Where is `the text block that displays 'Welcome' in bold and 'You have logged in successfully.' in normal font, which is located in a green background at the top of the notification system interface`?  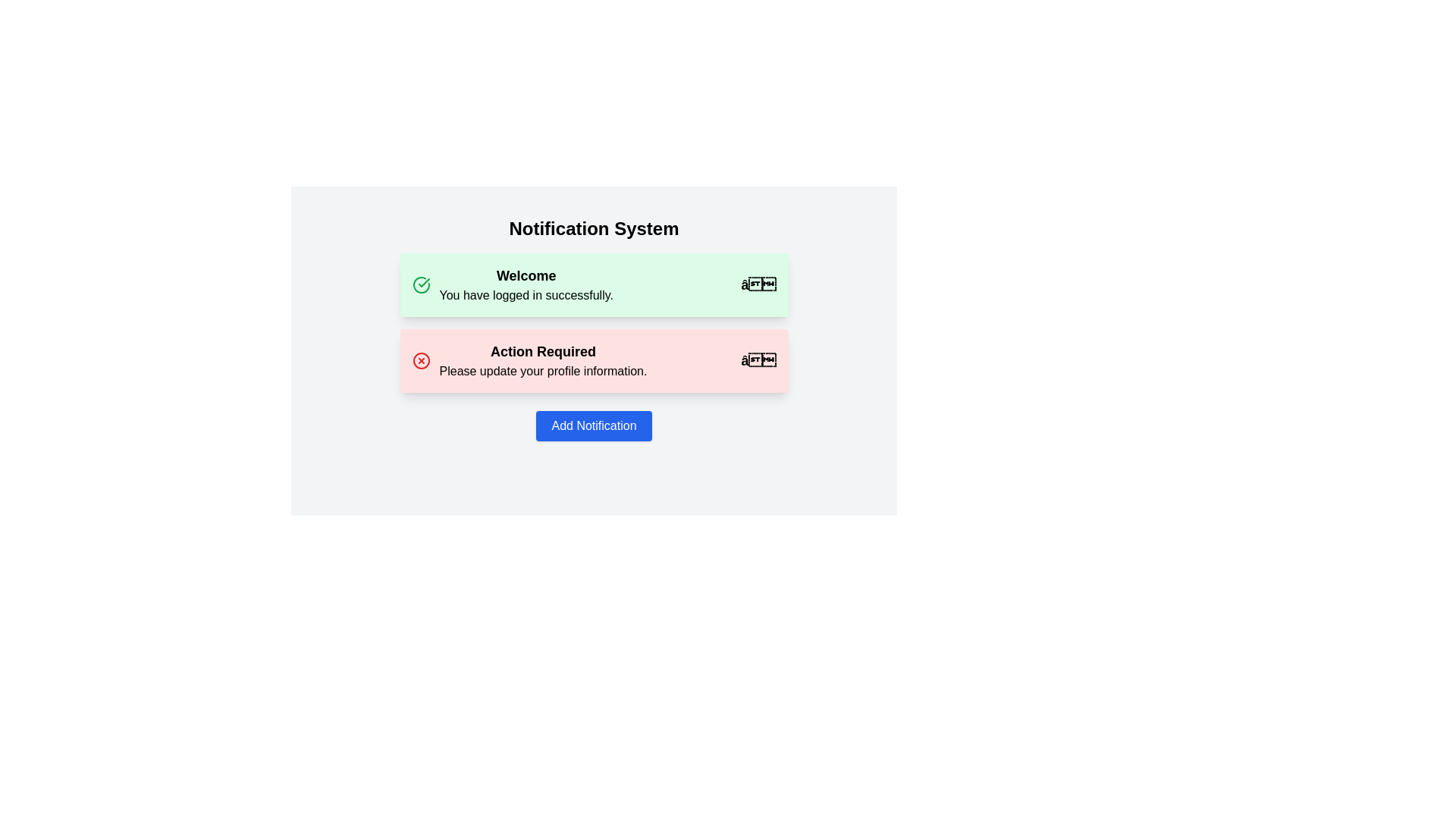
the text block that displays 'Welcome' in bold and 'You have logged in successfully.' in normal font, which is located in a green background at the top of the notification system interface is located at coordinates (526, 284).